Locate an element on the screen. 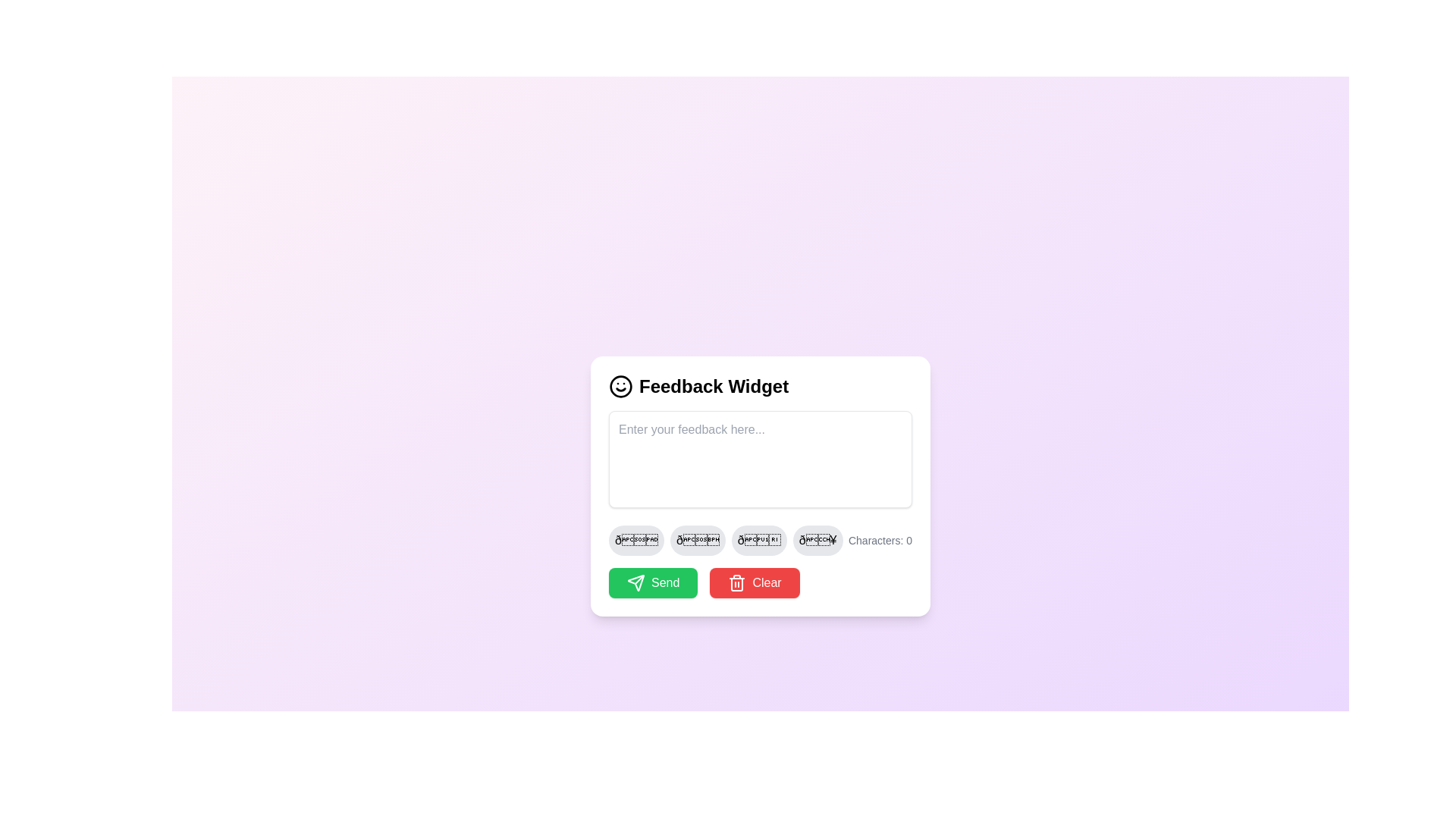 This screenshot has height=819, width=1456. the fourth and rightmost circular button located at the bottom center of the feedback widget interface is located at coordinates (817, 539).